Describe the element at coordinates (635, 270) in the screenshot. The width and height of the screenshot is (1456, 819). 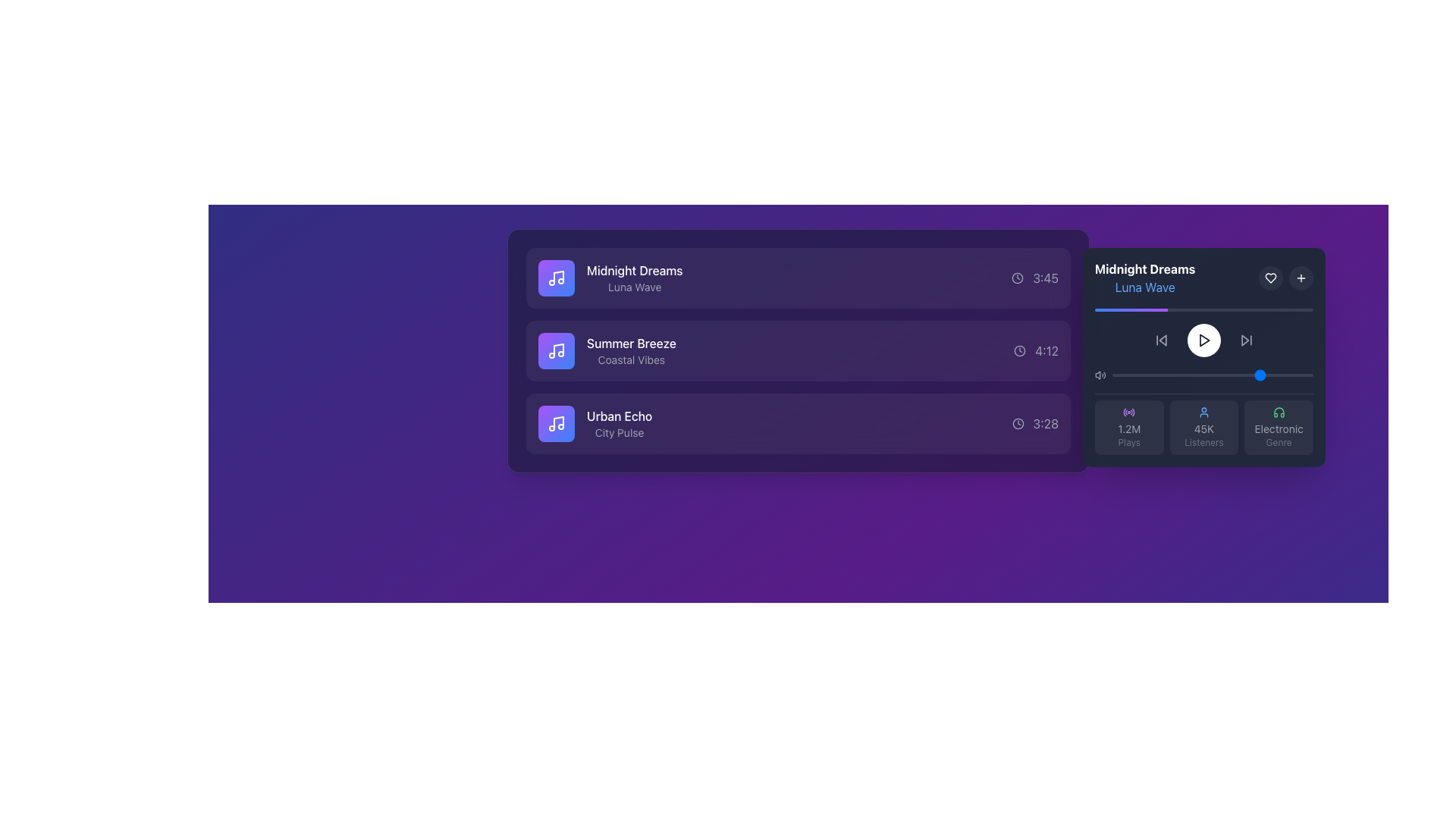
I see `the static text element displaying 'Midnight Dreams' in bold, white font, located at the top of the first list item in a vertically aligned list` at that location.